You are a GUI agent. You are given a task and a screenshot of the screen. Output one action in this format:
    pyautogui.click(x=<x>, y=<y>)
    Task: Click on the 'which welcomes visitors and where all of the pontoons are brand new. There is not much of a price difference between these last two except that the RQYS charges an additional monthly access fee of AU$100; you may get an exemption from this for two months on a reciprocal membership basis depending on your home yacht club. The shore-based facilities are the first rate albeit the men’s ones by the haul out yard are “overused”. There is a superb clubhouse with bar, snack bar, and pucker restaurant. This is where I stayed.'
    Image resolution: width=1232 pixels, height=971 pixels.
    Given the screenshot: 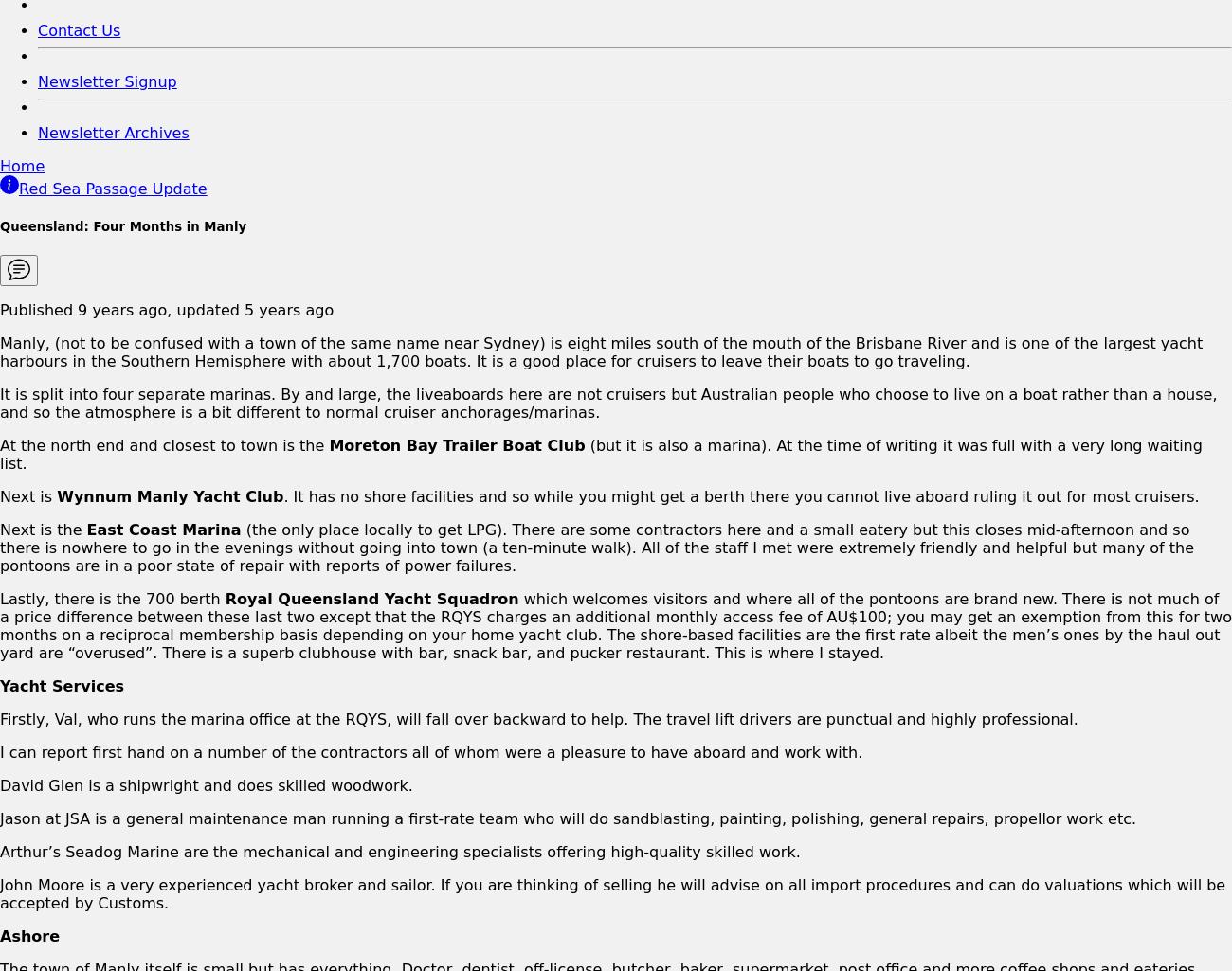 What is the action you would take?
    pyautogui.click(x=615, y=624)
    